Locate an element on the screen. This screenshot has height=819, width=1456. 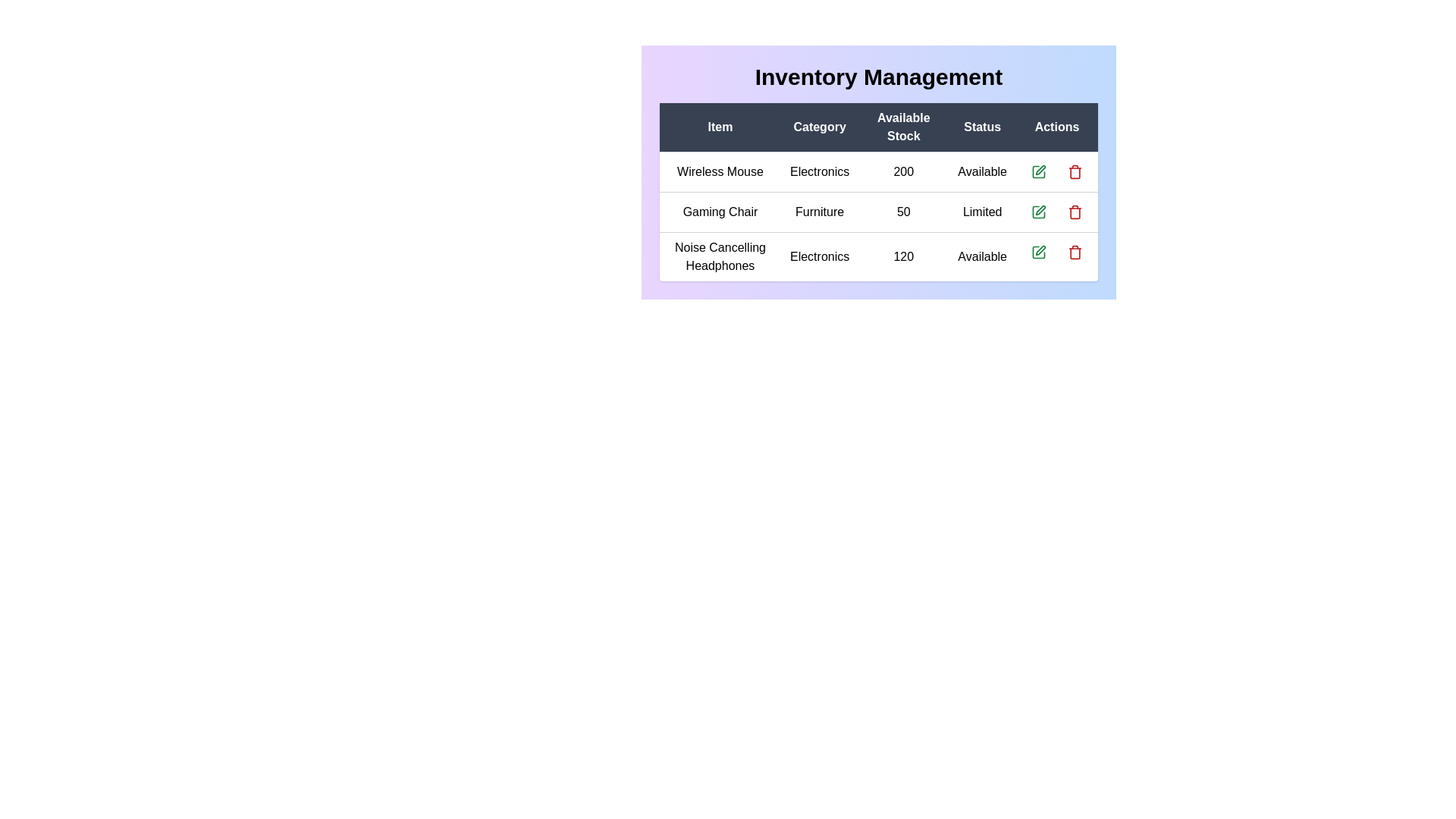
delete button for the inventory item Gaming Chair is located at coordinates (1074, 212).